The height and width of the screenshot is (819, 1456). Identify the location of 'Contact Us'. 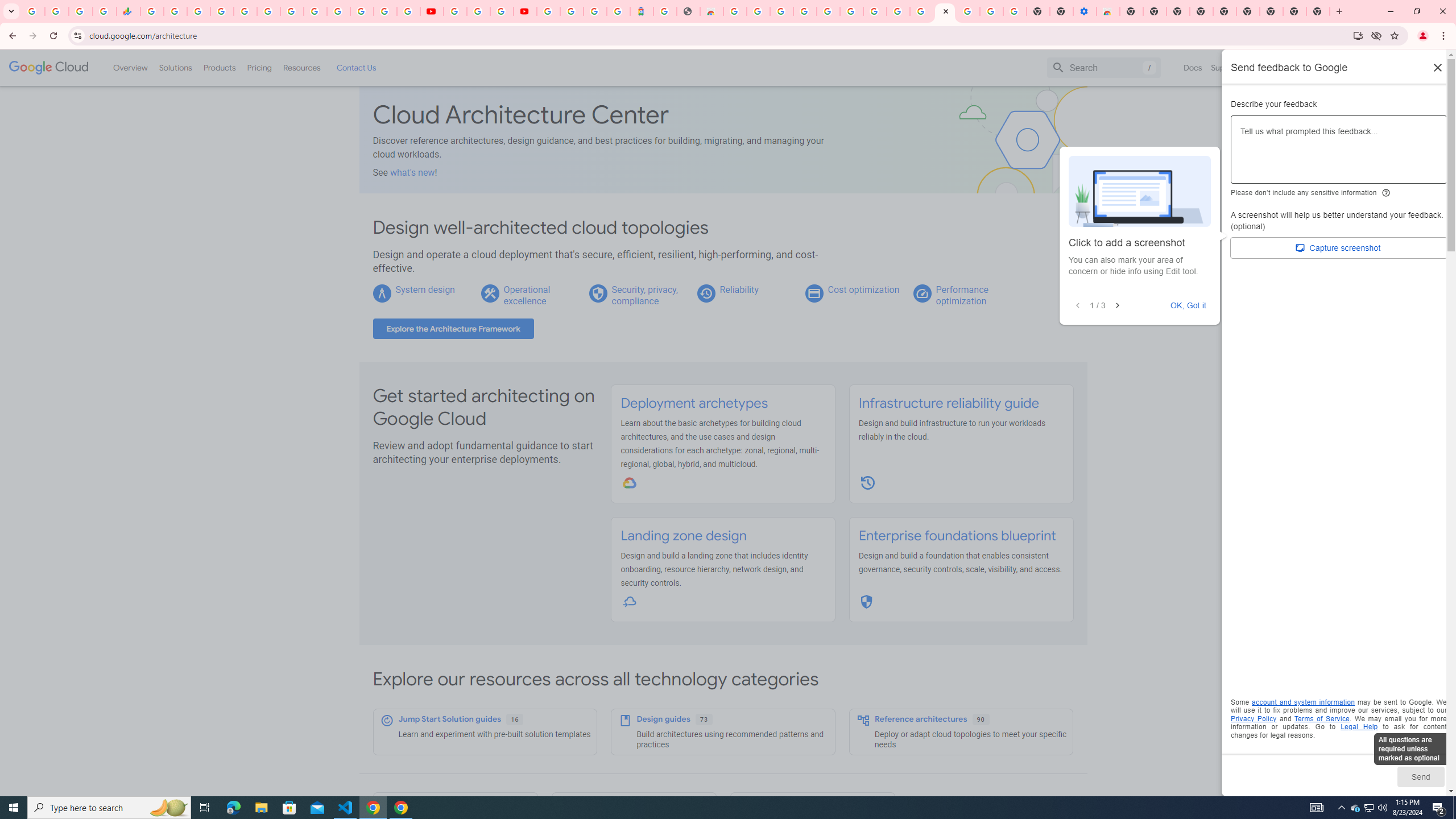
(355, 67).